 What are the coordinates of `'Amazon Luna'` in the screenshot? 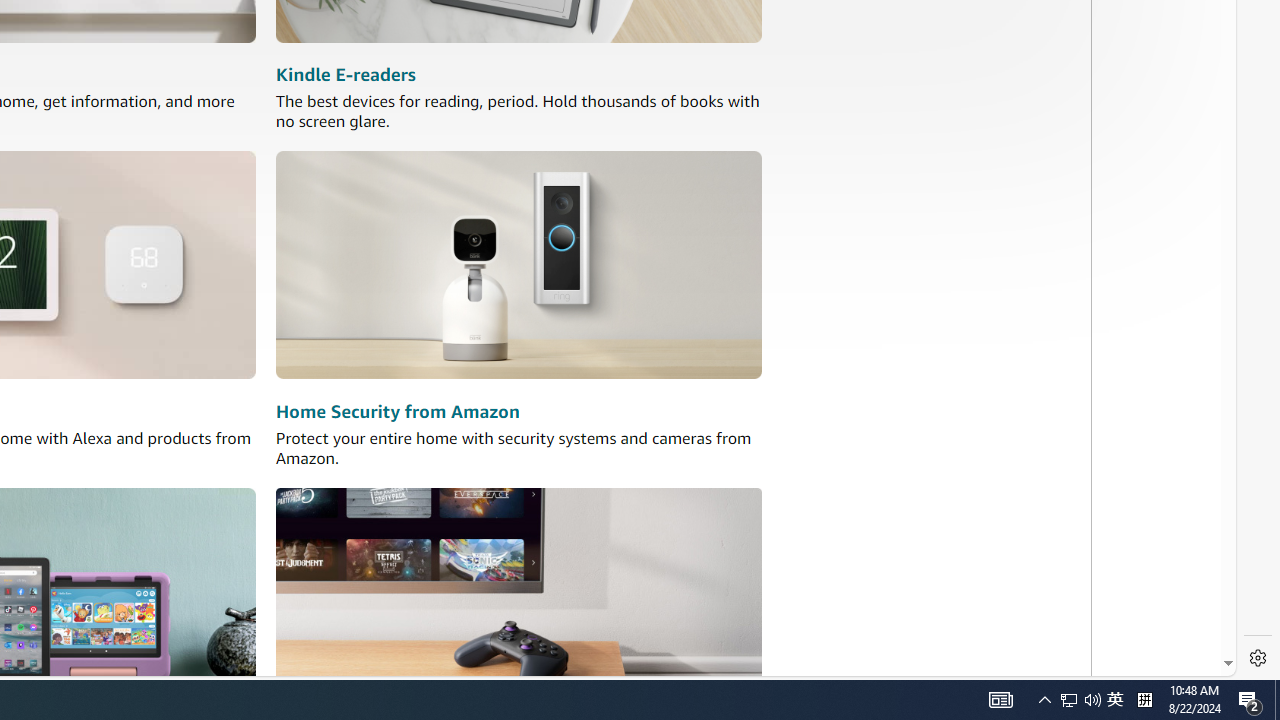 It's located at (519, 600).